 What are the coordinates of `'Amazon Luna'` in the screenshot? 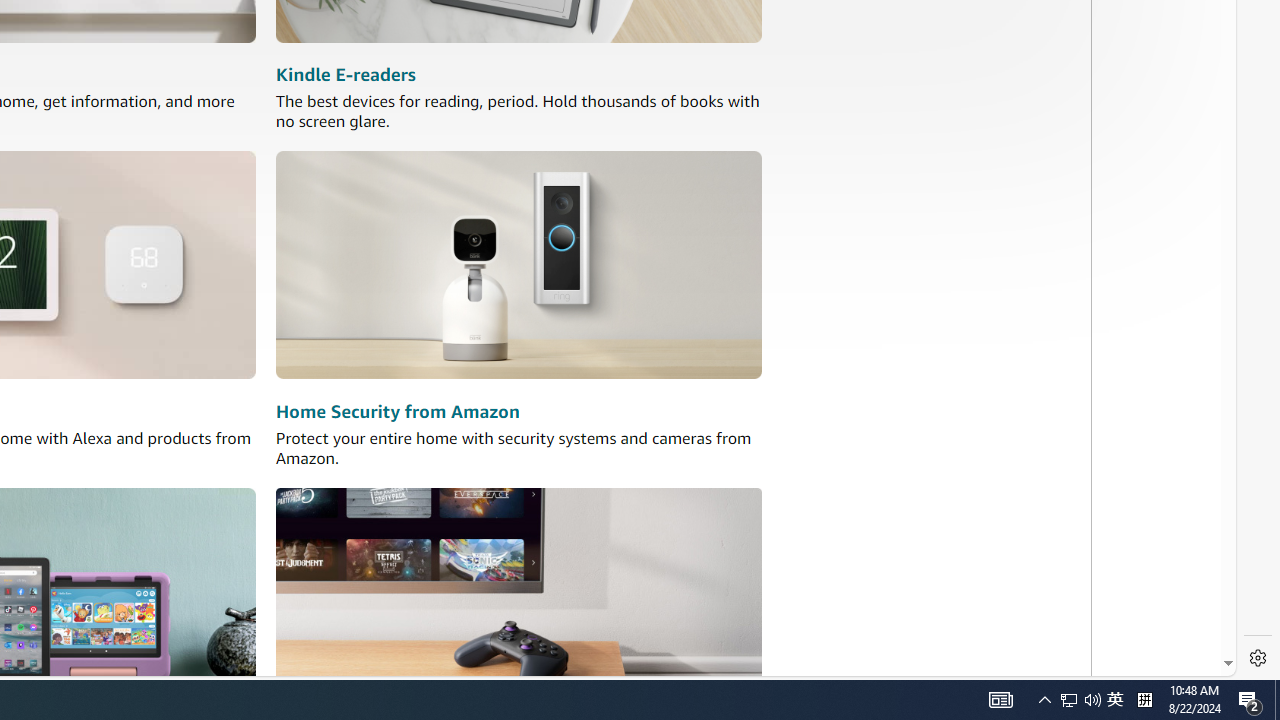 It's located at (519, 600).